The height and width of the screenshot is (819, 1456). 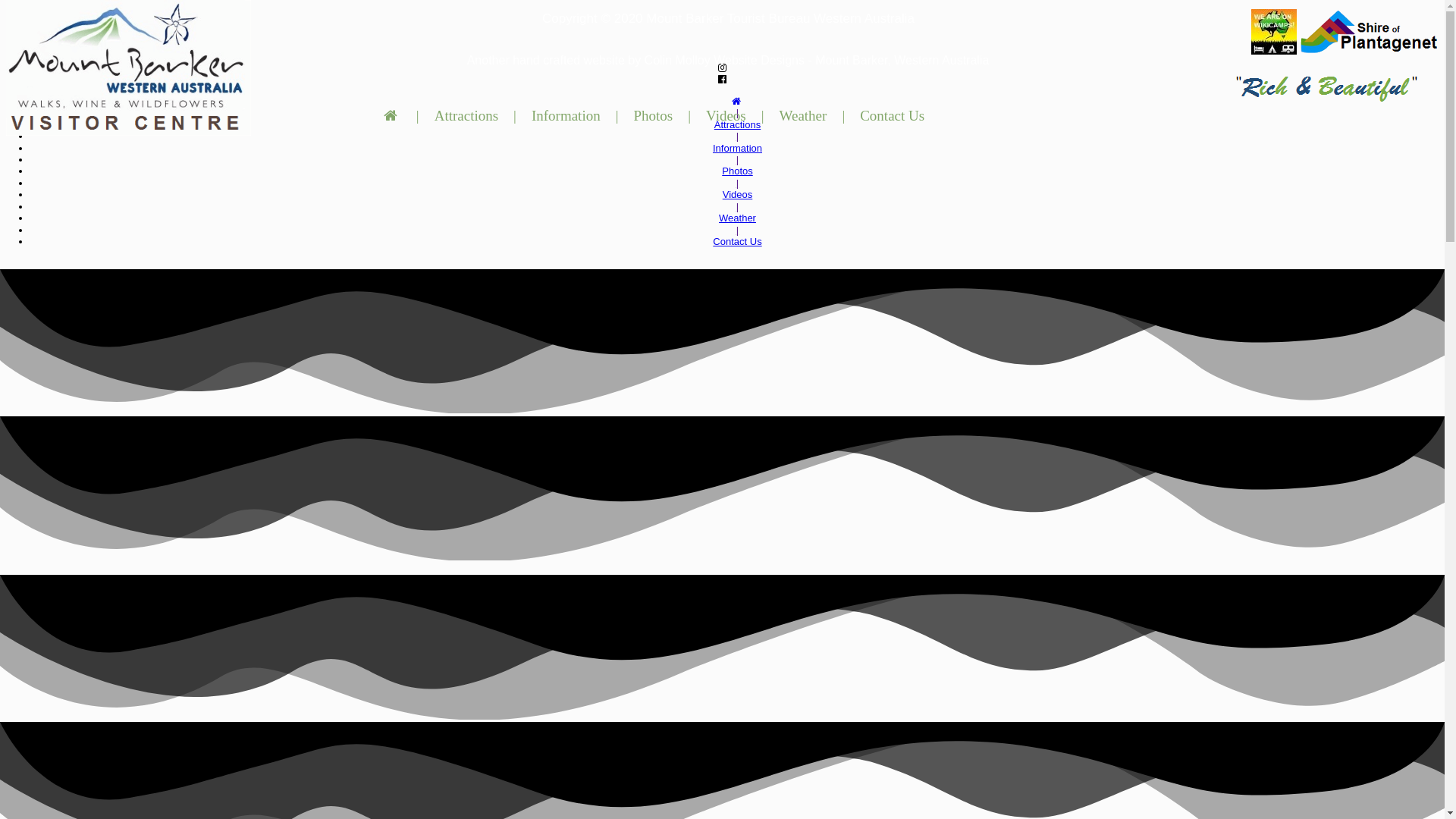 What do you see at coordinates (736, 182) in the screenshot?
I see `'|'` at bounding box center [736, 182].